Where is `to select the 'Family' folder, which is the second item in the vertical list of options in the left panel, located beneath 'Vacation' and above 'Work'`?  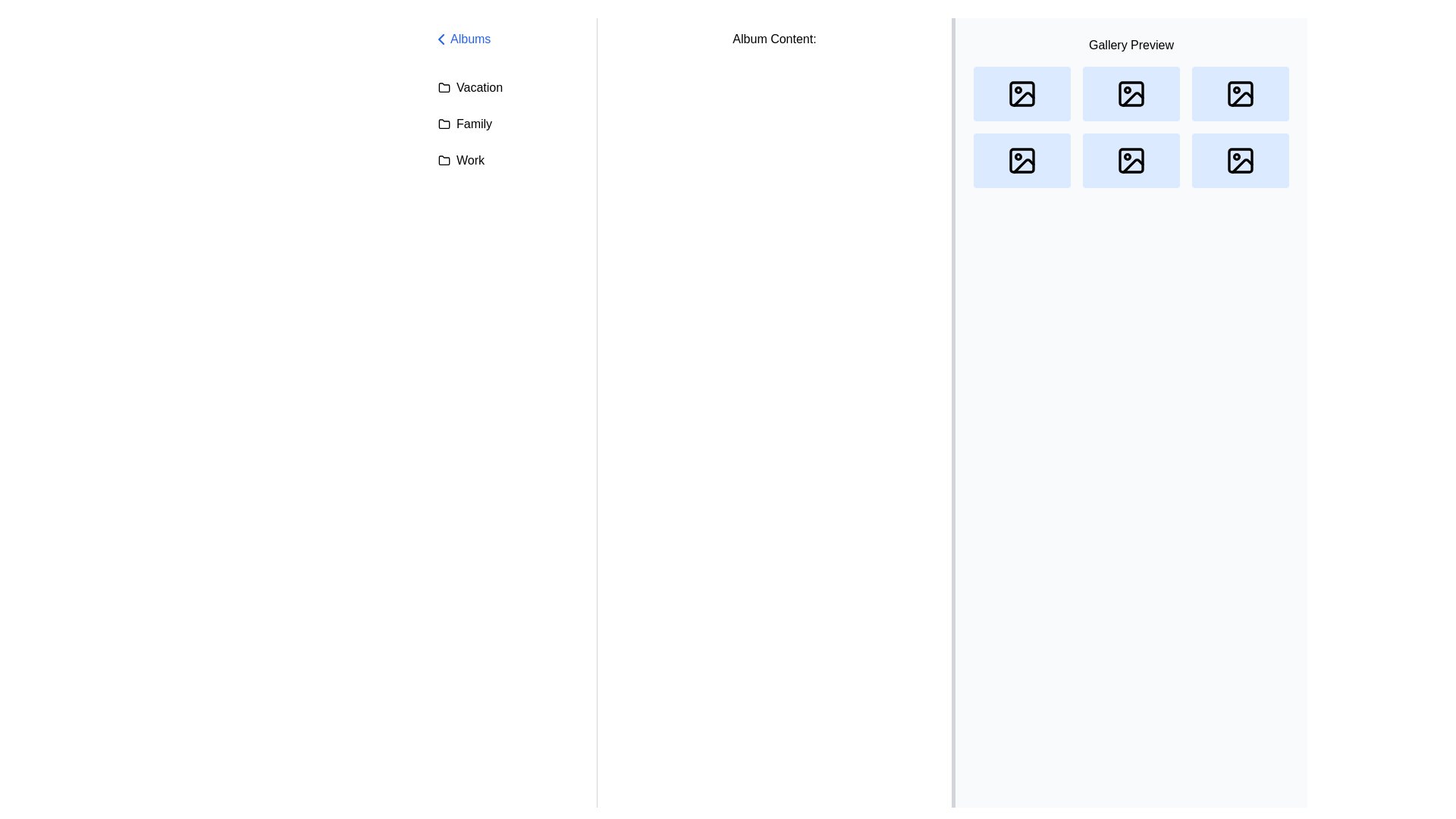
to select the 'Family' folder, which is the second item in the vertical list of options in the left panel, located beneath 'Vacation' and above 'Work' is located at coordinates (508, 124).